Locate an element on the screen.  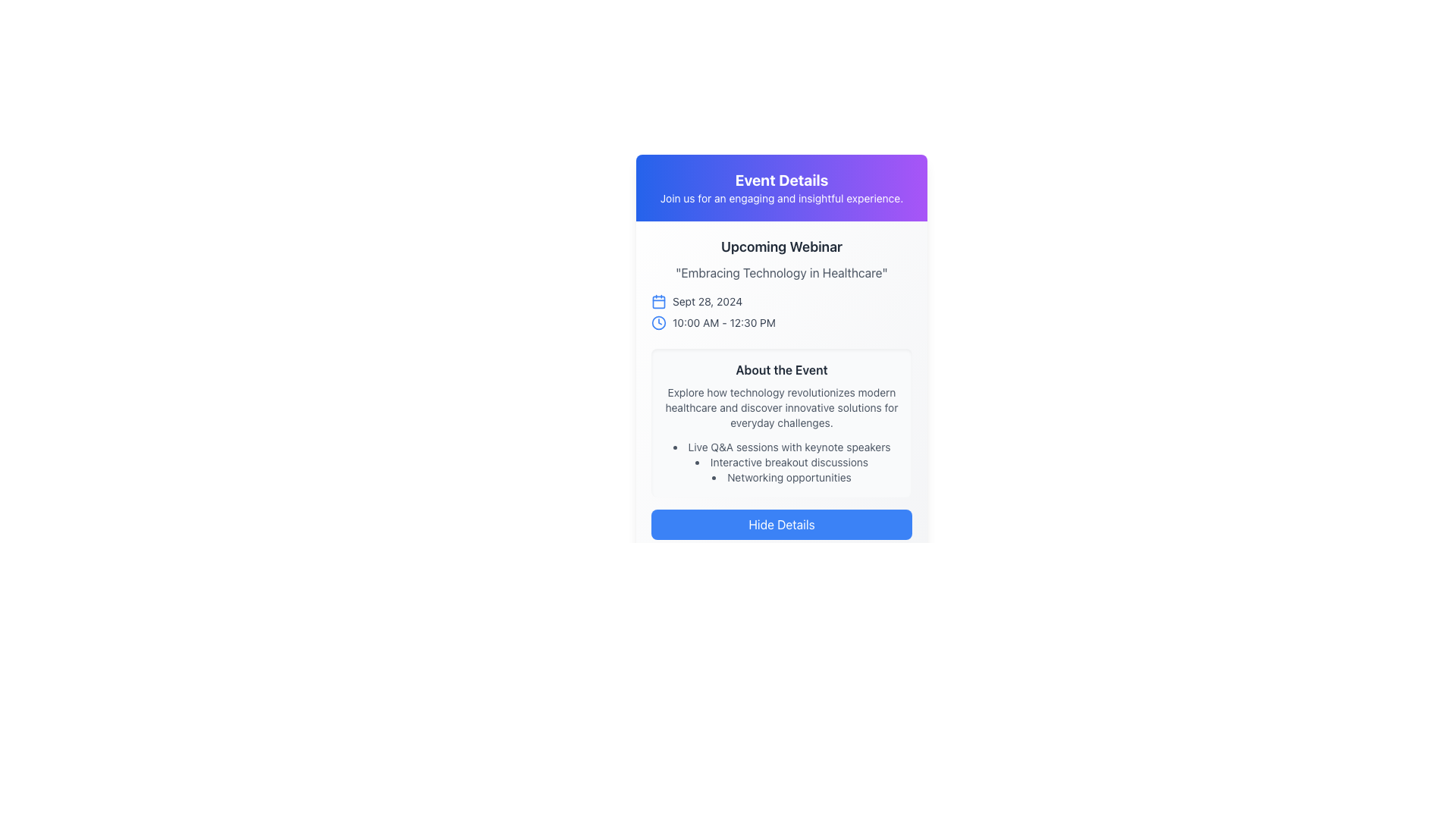
the calendar icon component located to the left of the text 'Sept 28, 2024', below the title 'Upcoming Webinar' is located at coordinates (658, 301).